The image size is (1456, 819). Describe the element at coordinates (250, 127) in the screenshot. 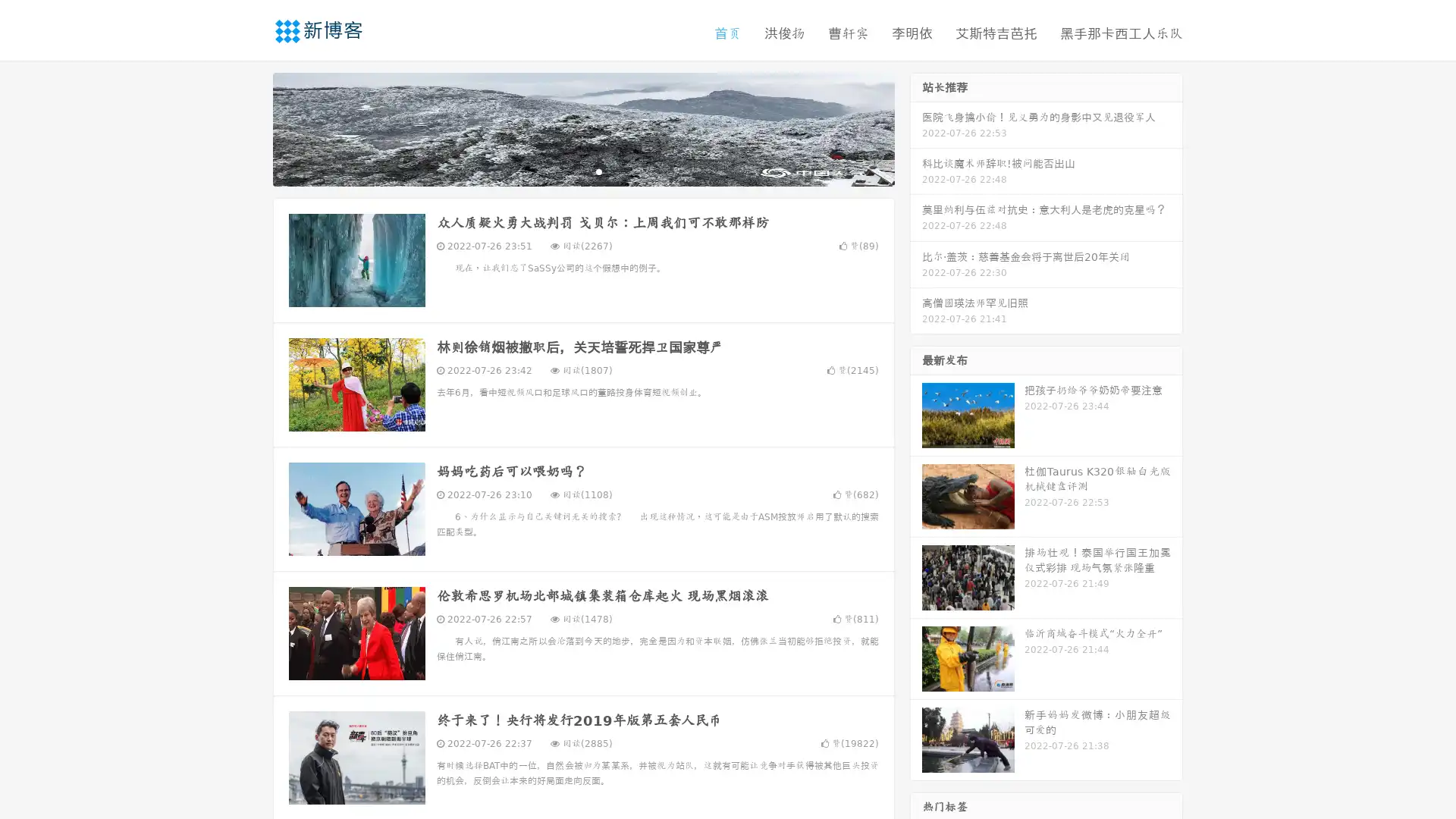

I see `Previous slide` at that location.